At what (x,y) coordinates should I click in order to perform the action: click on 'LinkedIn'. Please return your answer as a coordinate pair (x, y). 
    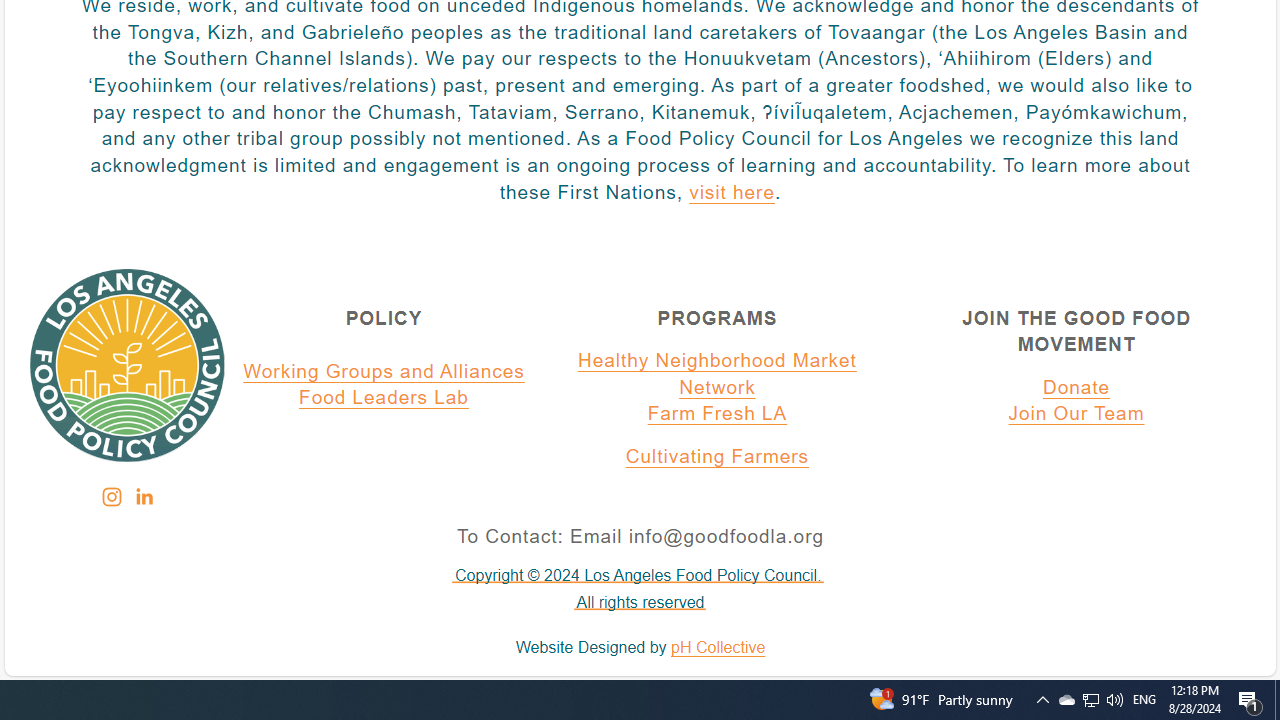
    Looking at the image, I should click on (142, 496).